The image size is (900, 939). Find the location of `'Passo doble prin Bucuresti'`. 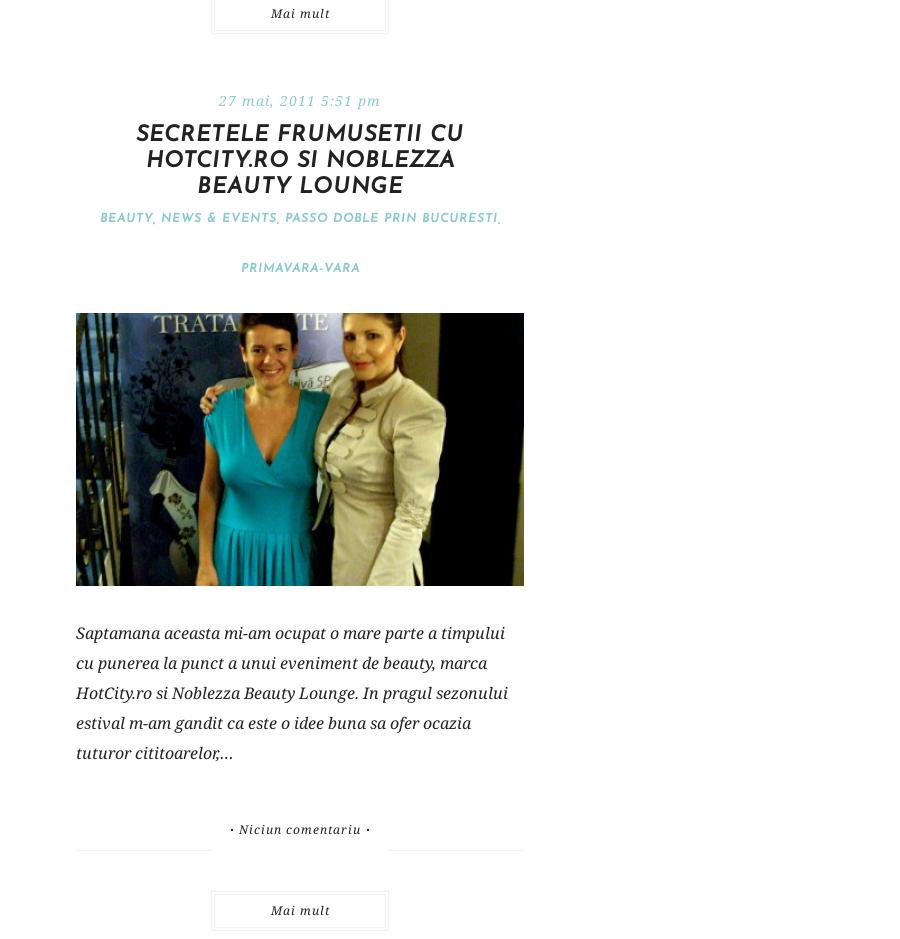

'Passo doble prin Bucuresti' is located at coordinates (283, 218).